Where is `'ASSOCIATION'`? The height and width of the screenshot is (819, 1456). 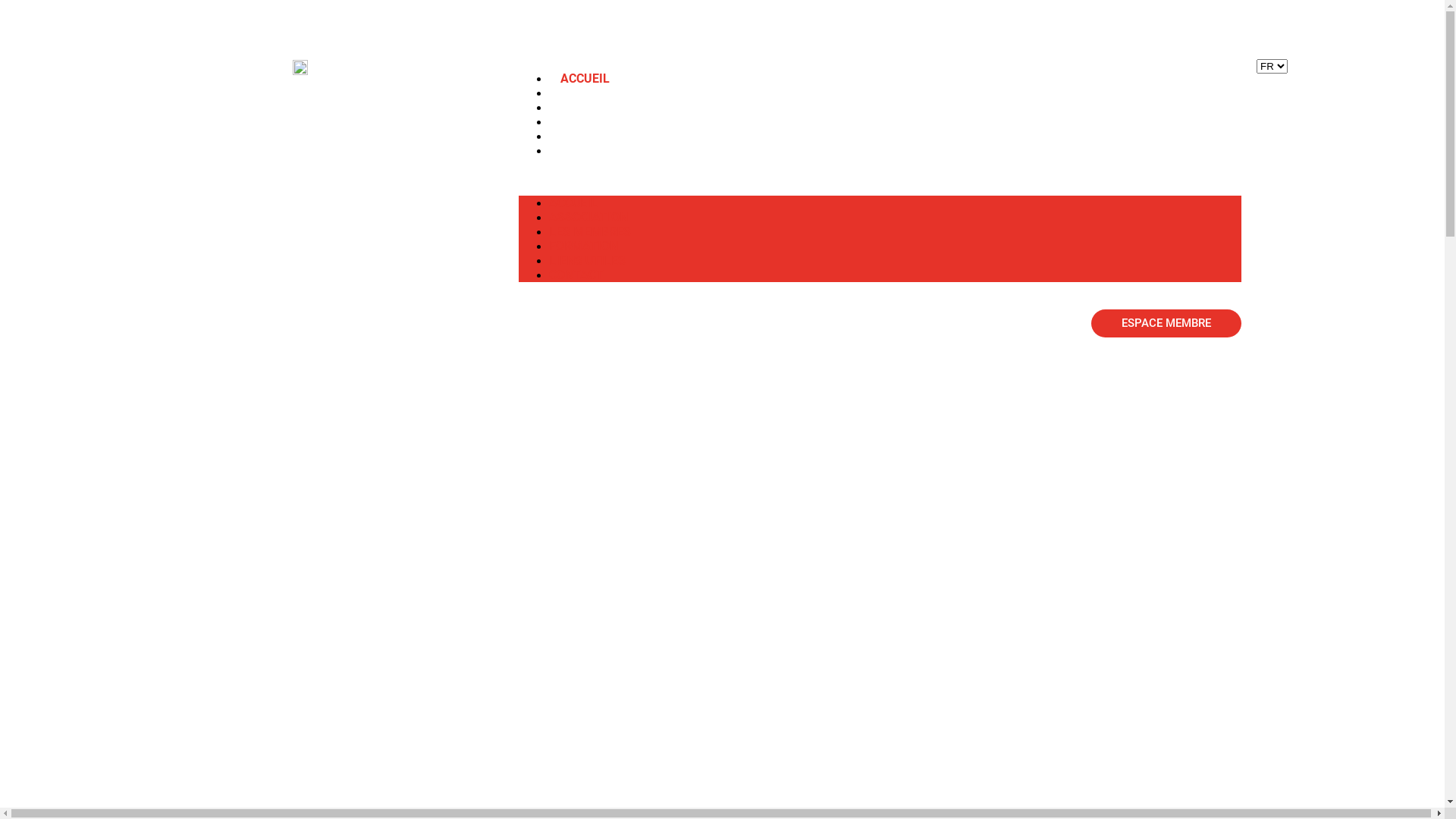 'ASSOCIATION' is located at coordinates (599, 93).